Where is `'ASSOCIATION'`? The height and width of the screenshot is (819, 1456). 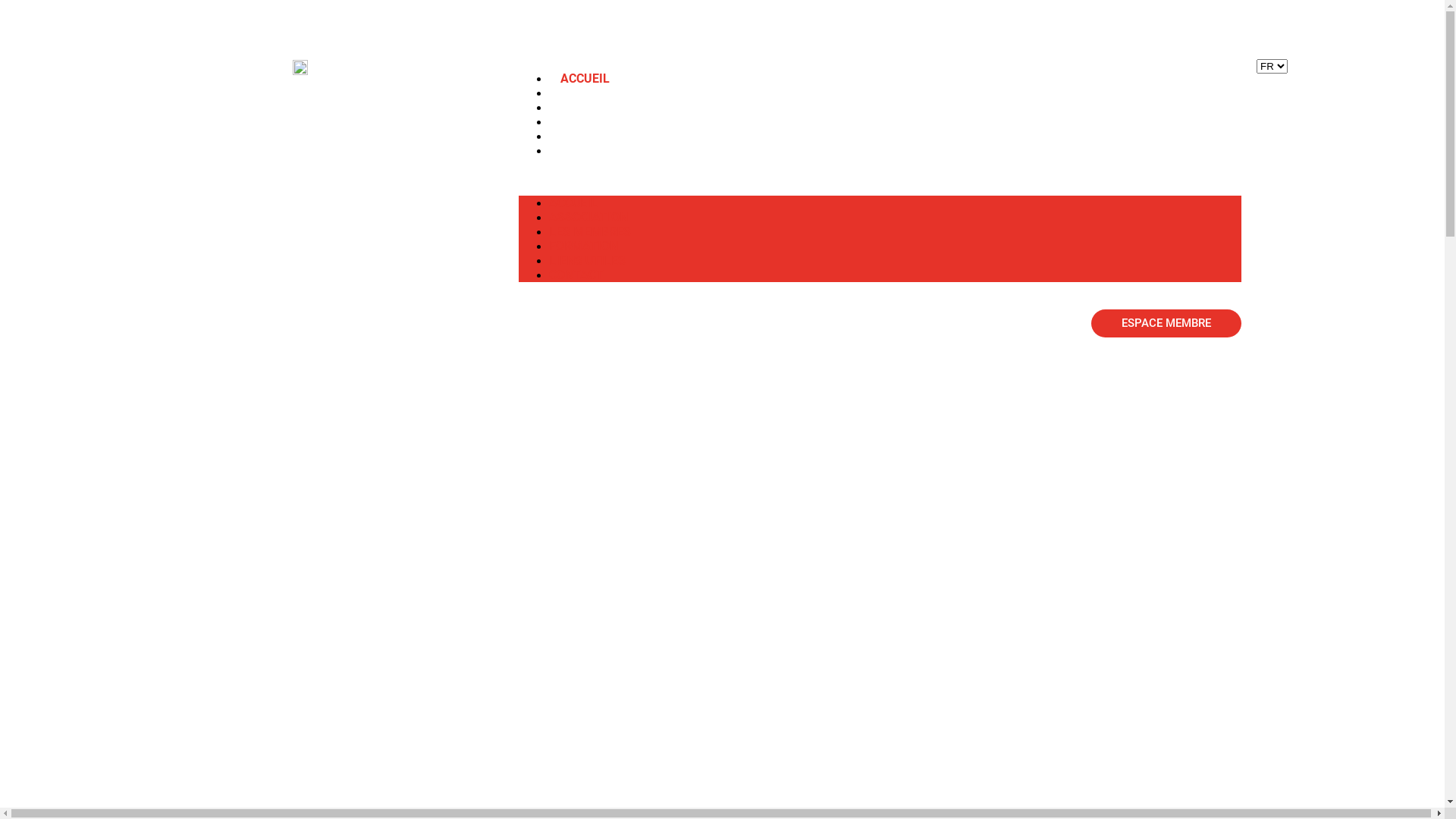 'ASSOCIATION' is located at coordinates (599, 93).